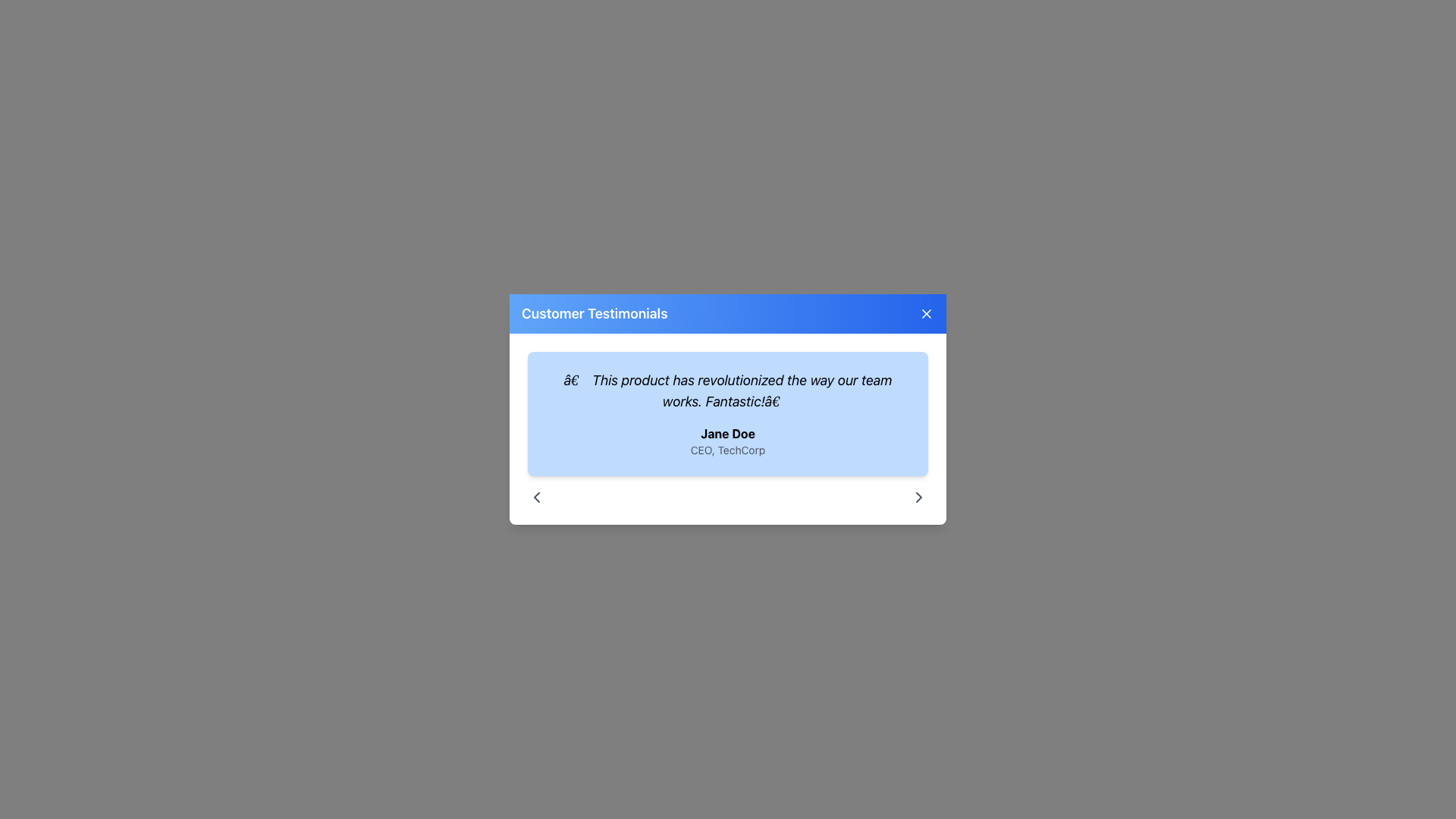  Describe the element at coordinates (918, 497) in the screenshot. I see `the navigation icon located at the bottom-right corner of the pop-up to proceed to the next item in the sequence` at that location.